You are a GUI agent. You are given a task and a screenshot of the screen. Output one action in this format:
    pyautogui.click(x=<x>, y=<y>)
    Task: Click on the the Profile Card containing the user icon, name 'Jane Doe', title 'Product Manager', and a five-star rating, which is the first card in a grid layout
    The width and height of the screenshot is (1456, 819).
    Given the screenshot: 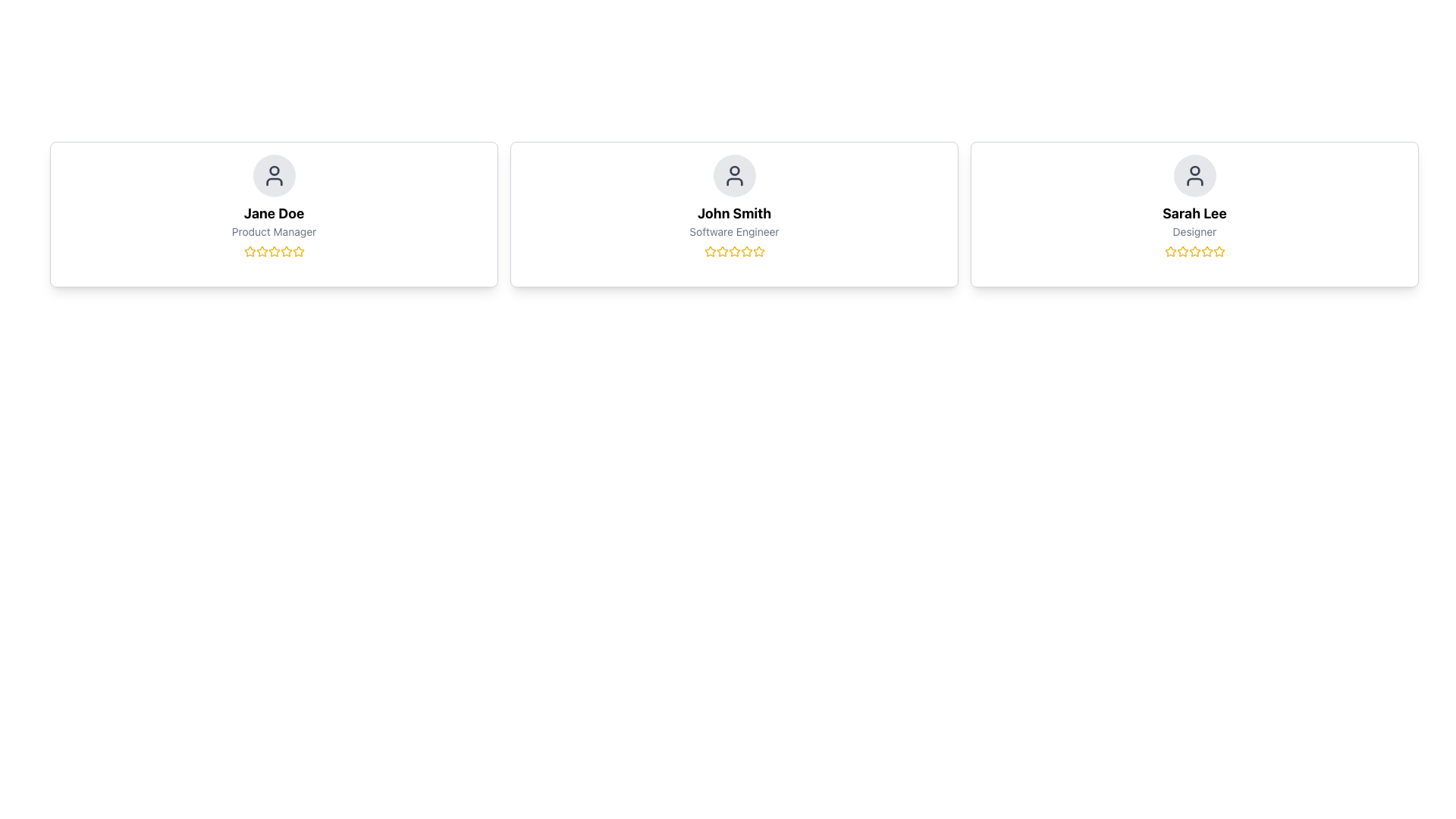 What is the action you would take?
    pyautogui.click(x=274, y=214)
    